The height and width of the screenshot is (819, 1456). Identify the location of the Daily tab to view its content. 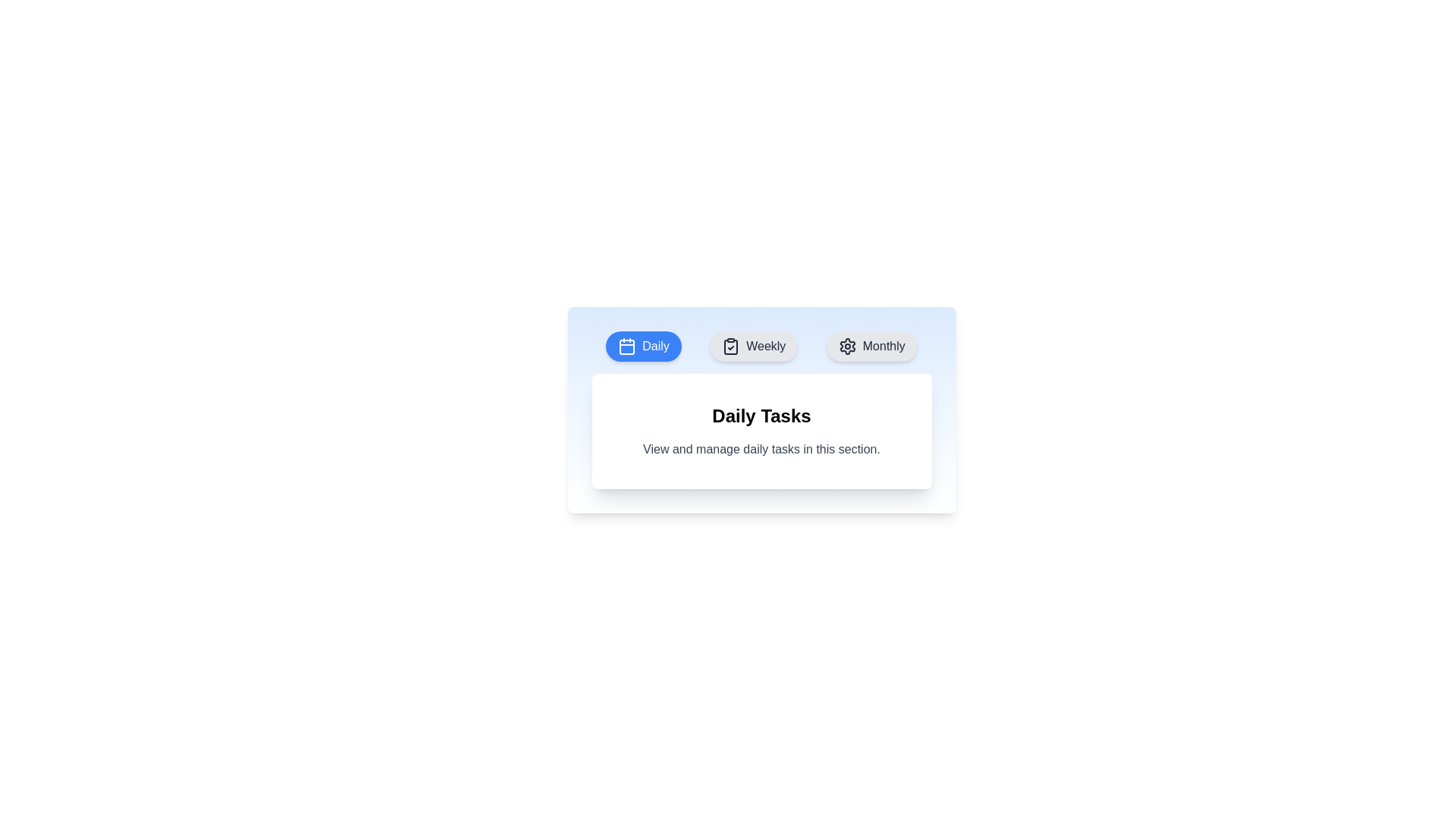
(644, 346).